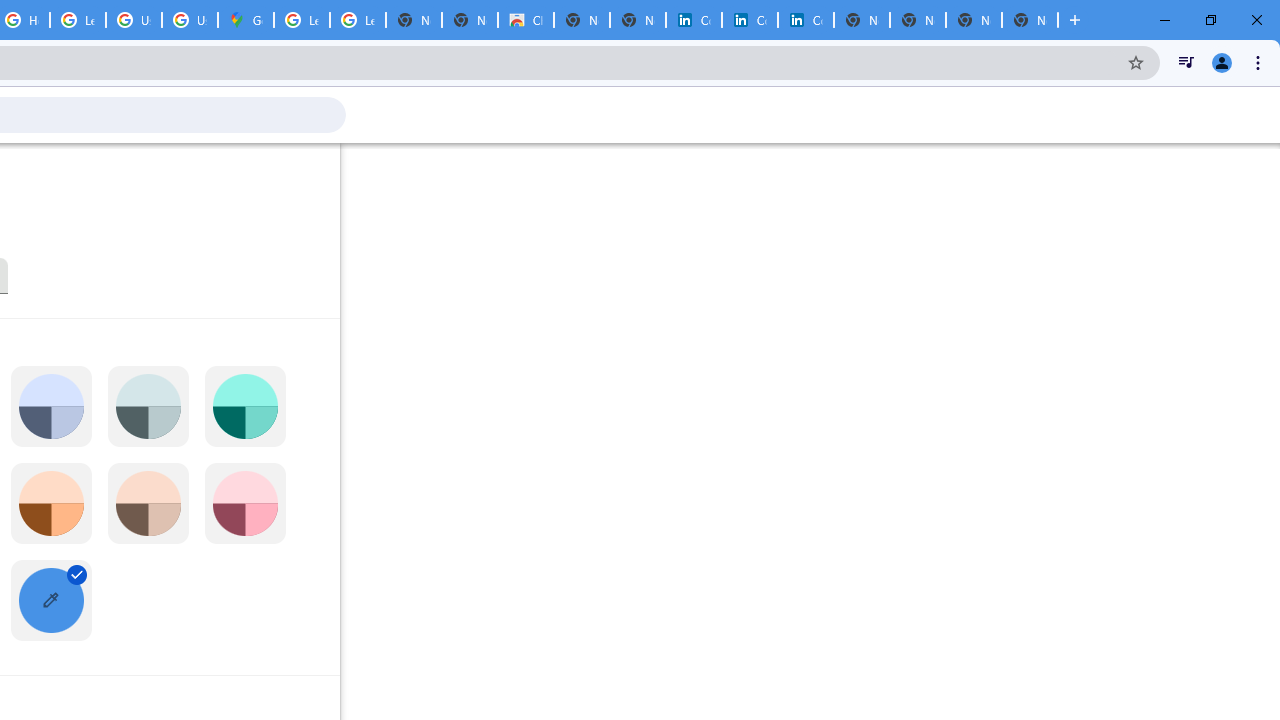 This screenshot has height=720, width=1280. What do you see at coordinates (1030, 20) in the screenshot?
I see `'New Tab'` at bounding box center [1030, 20].